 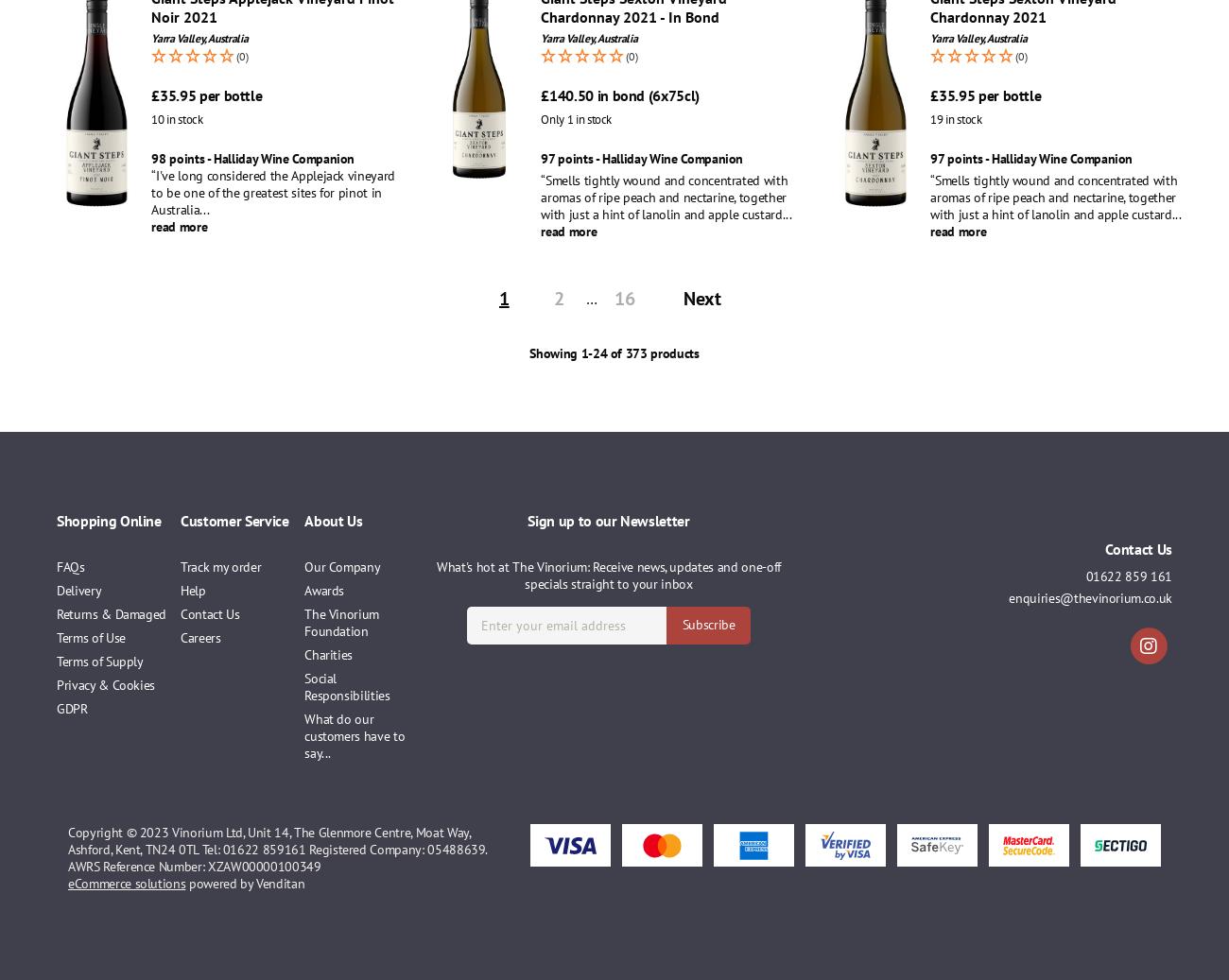 What do you see at coordinates (200, 637) in the screenshot?
I see `'Careers'` at bounding box center [200, 637].